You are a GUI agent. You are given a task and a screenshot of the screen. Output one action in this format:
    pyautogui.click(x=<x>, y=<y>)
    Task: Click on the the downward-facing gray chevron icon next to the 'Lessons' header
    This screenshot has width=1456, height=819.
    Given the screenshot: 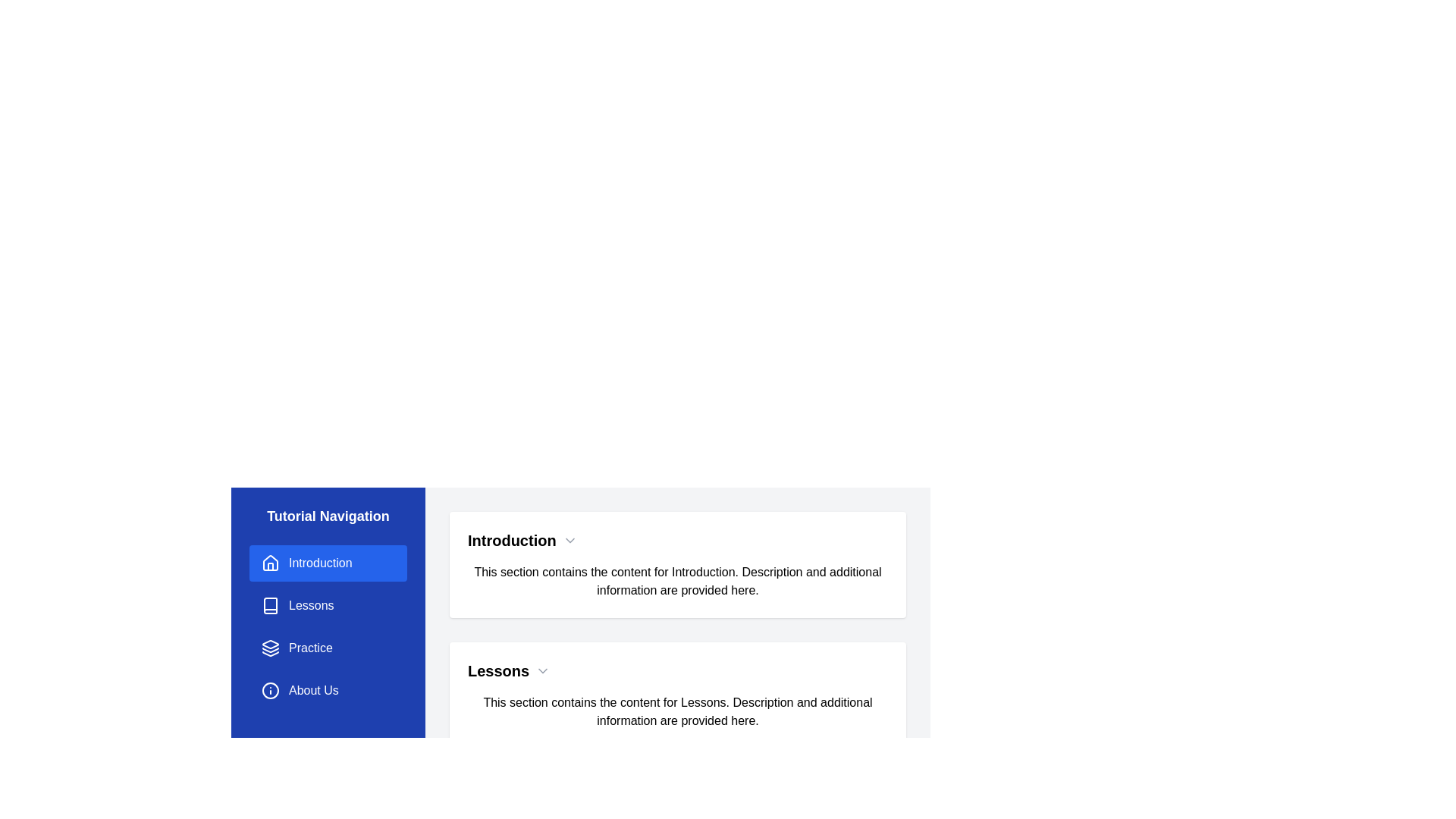 What is the action you would take?
    pyautogui.click(x=543, y=670)
    